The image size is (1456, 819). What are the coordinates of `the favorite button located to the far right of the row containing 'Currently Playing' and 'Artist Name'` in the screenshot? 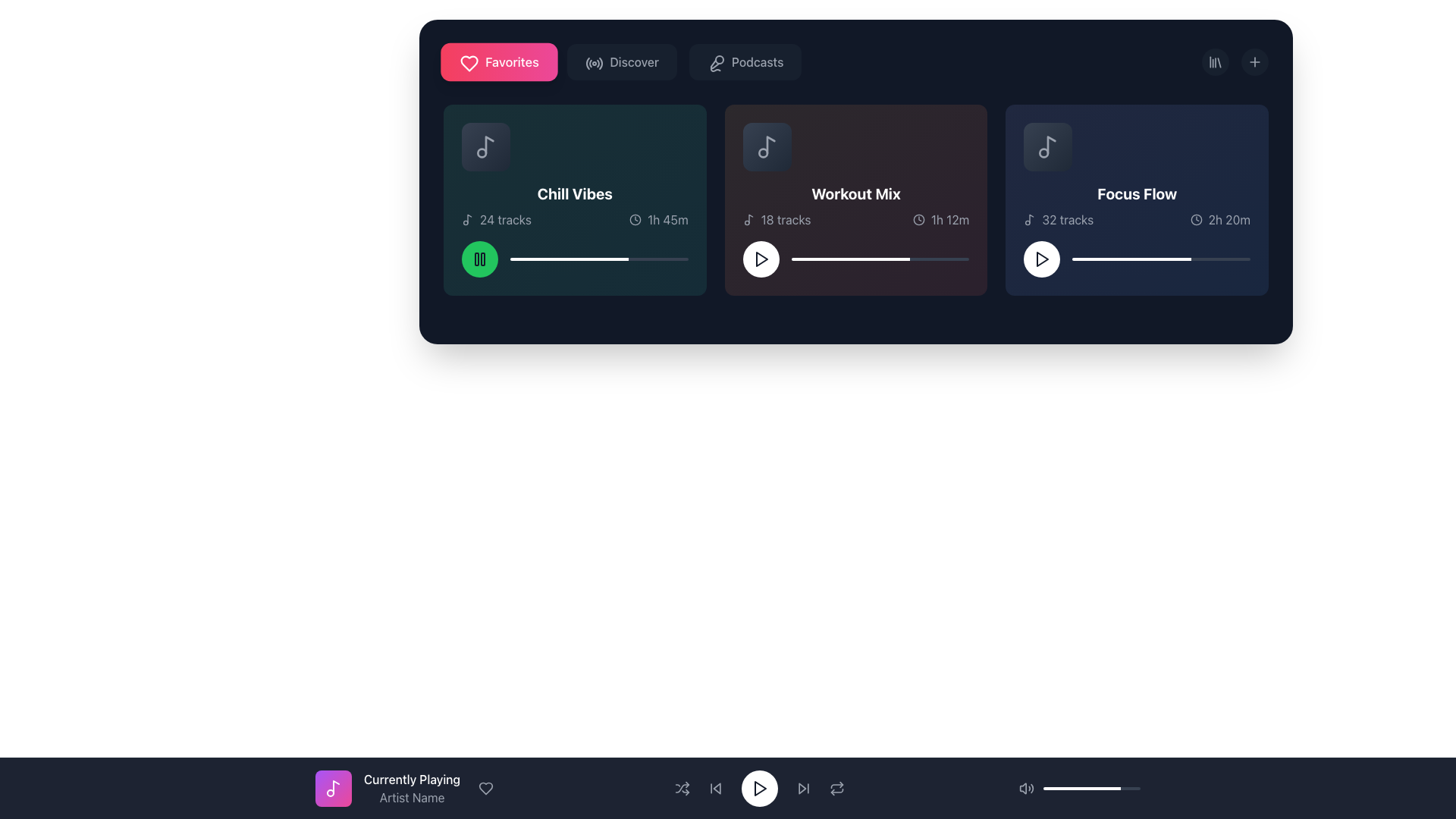 It's located at (486, 788).